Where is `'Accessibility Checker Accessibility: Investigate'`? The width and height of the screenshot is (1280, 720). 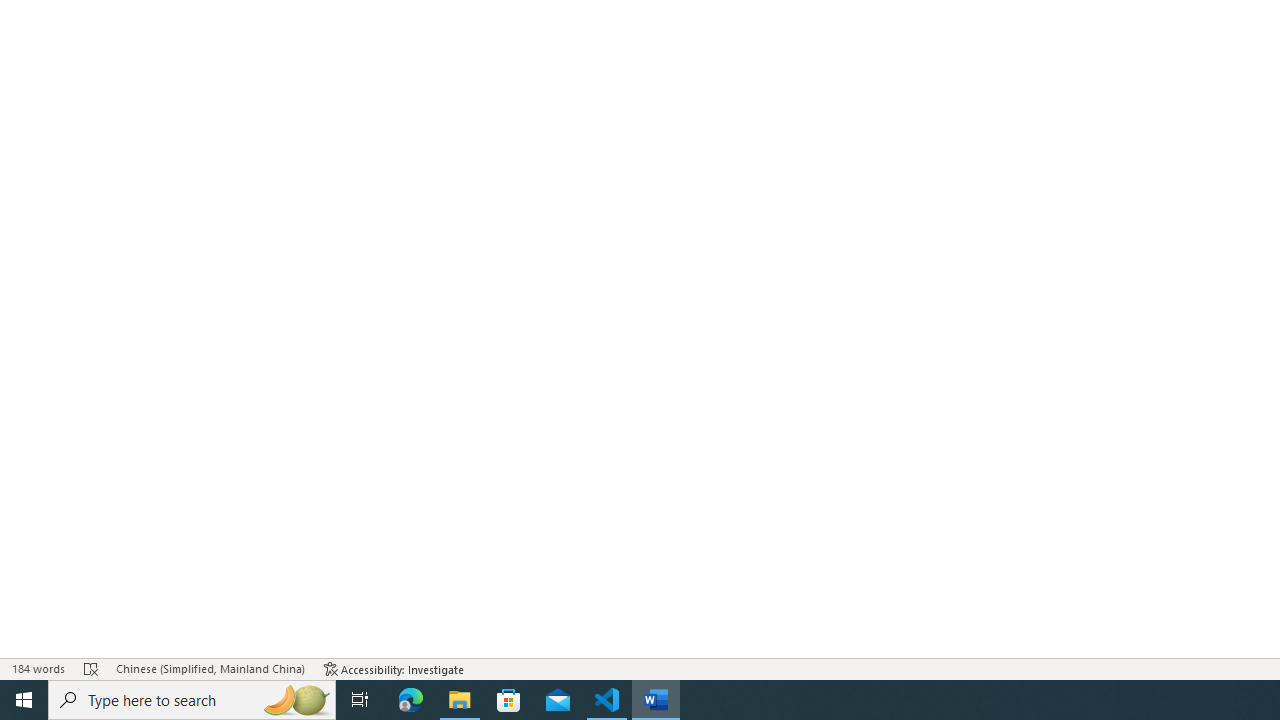 'Accessibility Checker Accessibility: Investigate' is located at coordinates (394, 669).